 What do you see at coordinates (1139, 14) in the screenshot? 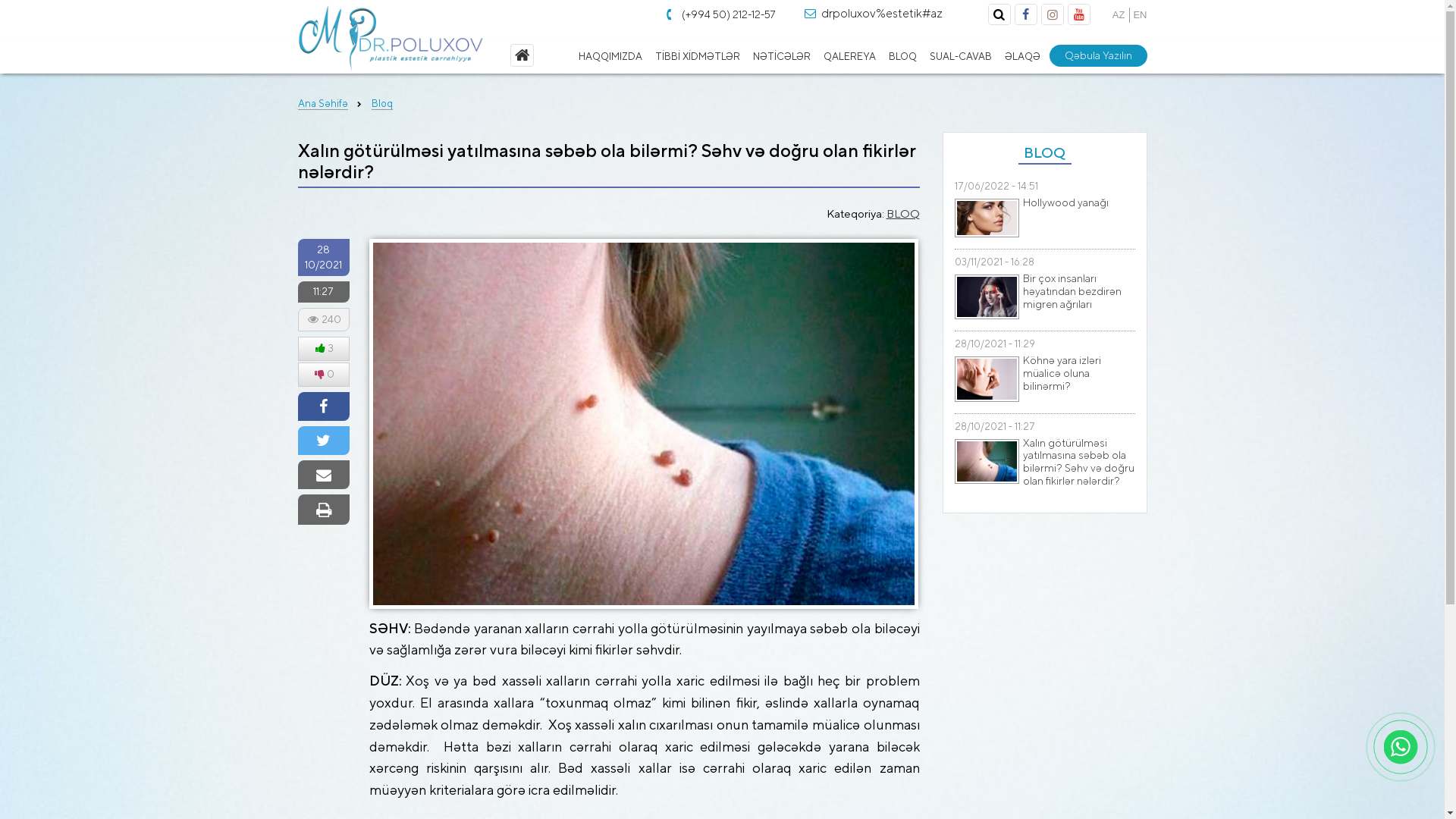
I see `'EN'` at bounding box center [1139, 14].